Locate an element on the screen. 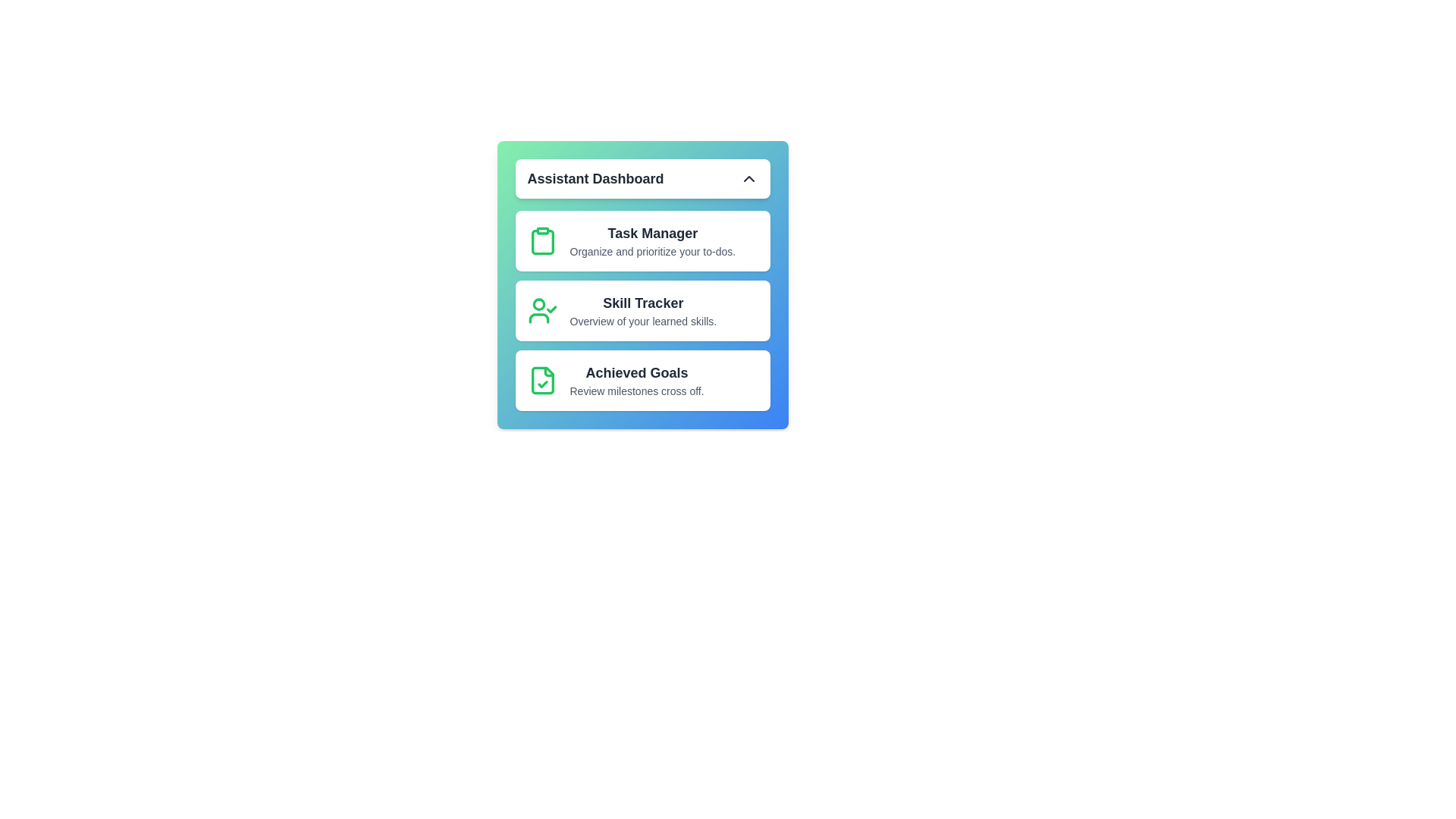 This screenshot has width=1456, height=819. the option 'Task Manager' from the list is located at coordinates (642, 240).